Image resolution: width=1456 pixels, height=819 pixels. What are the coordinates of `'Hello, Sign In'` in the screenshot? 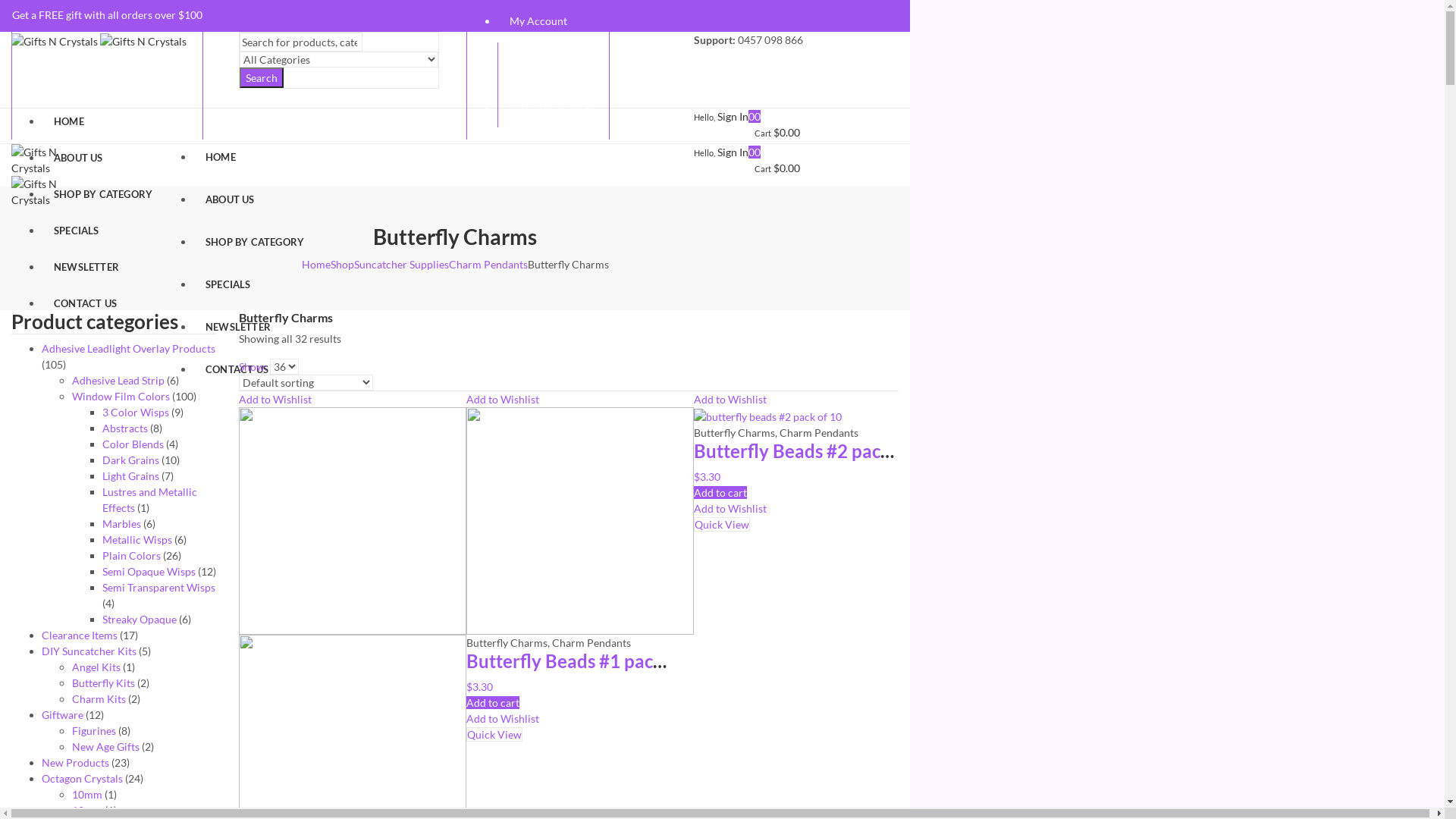 It's located at (693, 152).